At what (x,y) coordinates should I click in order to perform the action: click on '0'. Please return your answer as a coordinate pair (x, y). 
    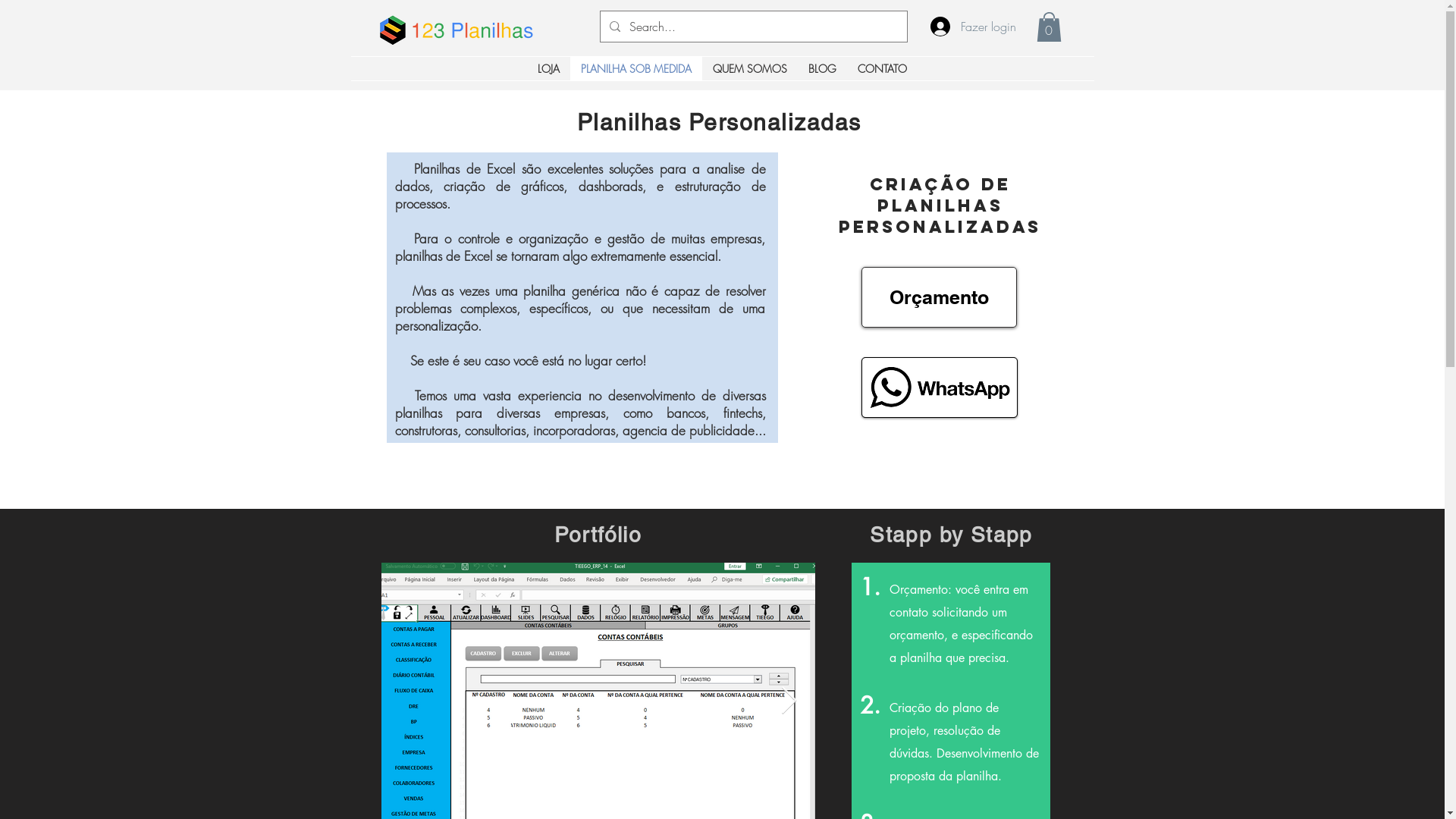
    Looking at the image, I should click on (1035, 27).